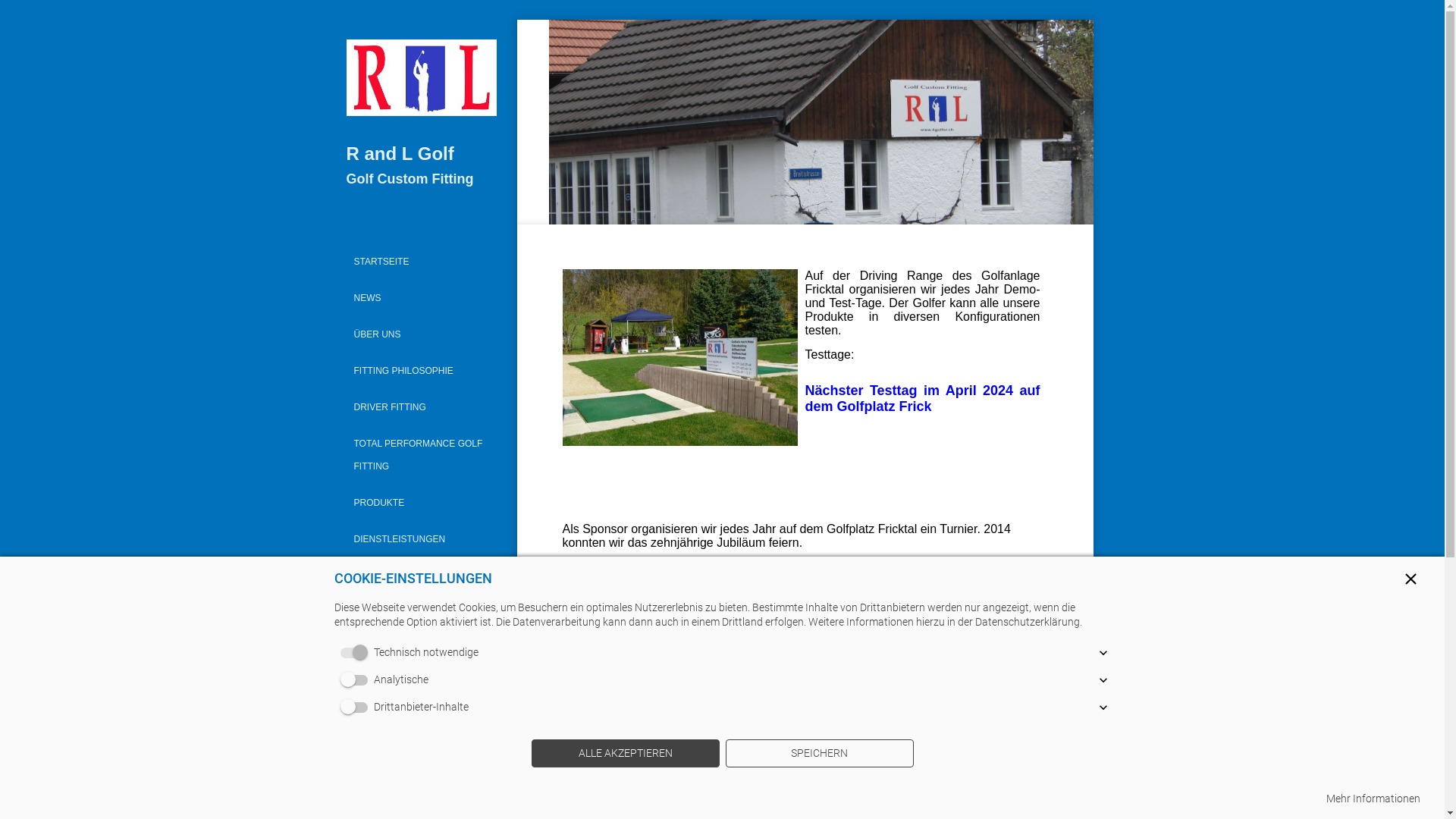 The height and width of the screenshot is (819, 1456). I want to click on 'TOTAL PERFORMANCE GOLF FITTING', so click(341, 454).